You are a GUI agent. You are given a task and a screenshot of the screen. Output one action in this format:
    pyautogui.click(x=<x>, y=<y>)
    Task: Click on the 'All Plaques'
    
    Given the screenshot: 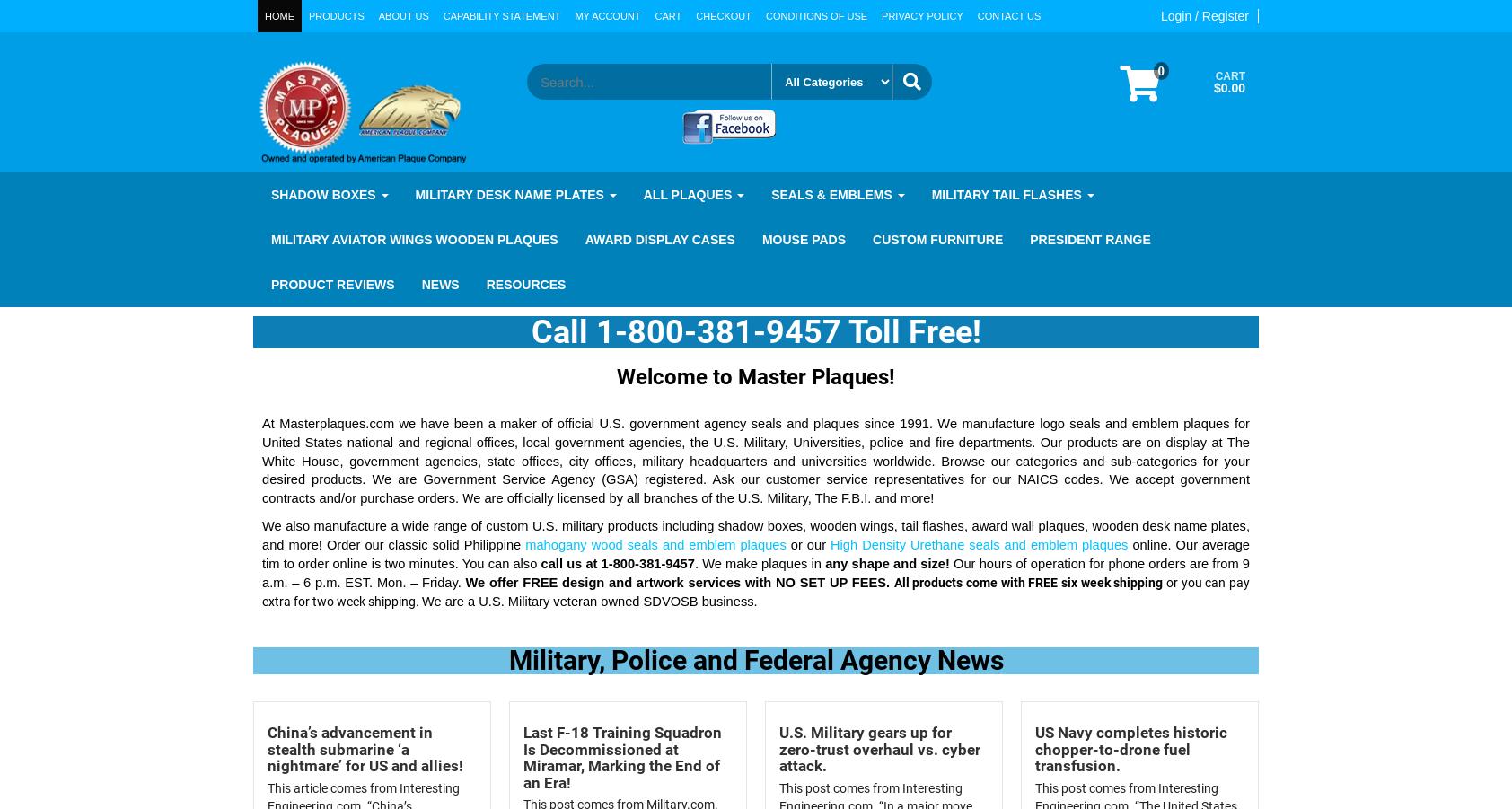 What is the action you would take?
    pyautogui.click(x=689, y=192)
    